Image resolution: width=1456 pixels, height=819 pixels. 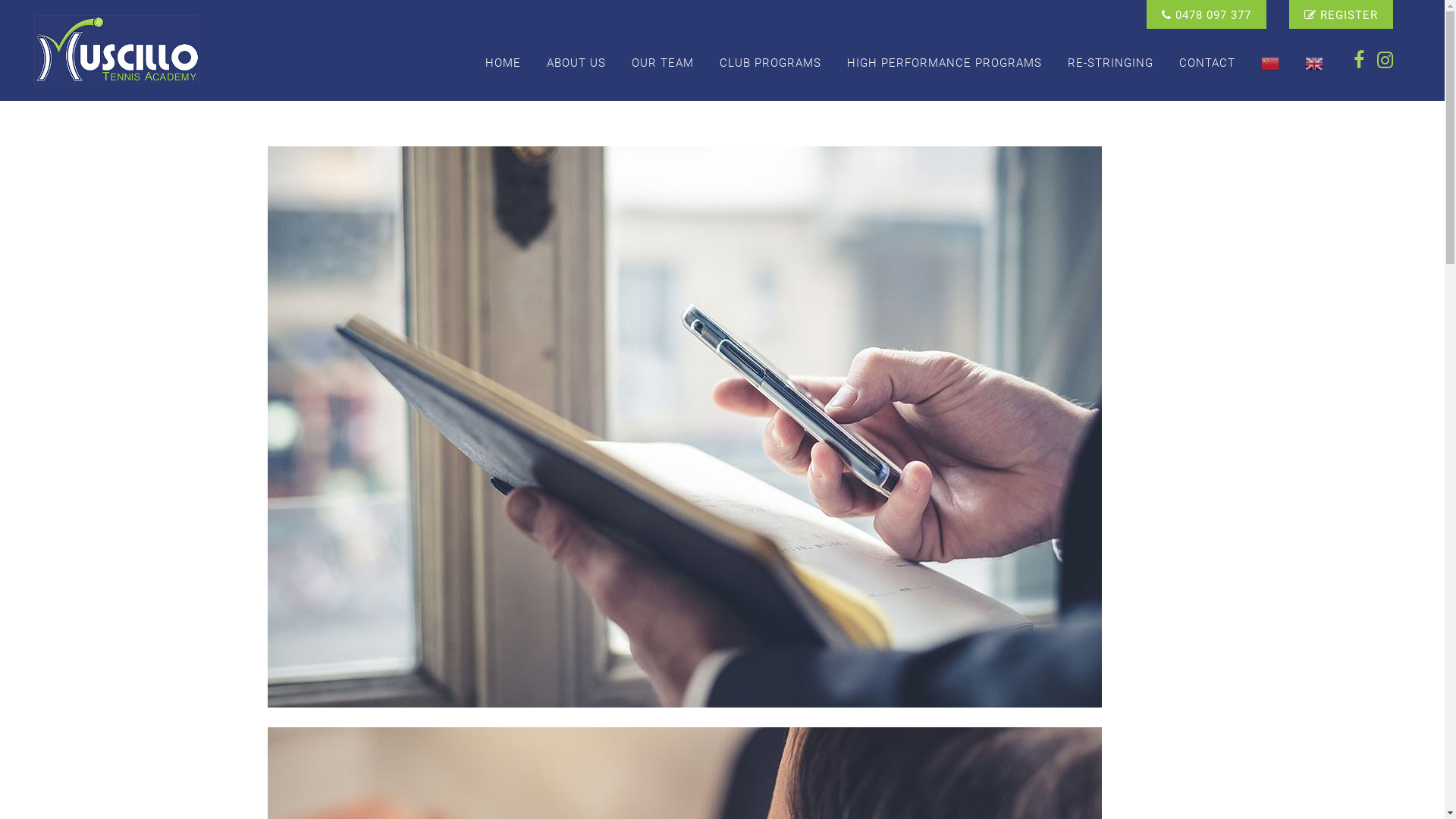 I want to click on 'ABOUT US', so click(x=575, y=62).